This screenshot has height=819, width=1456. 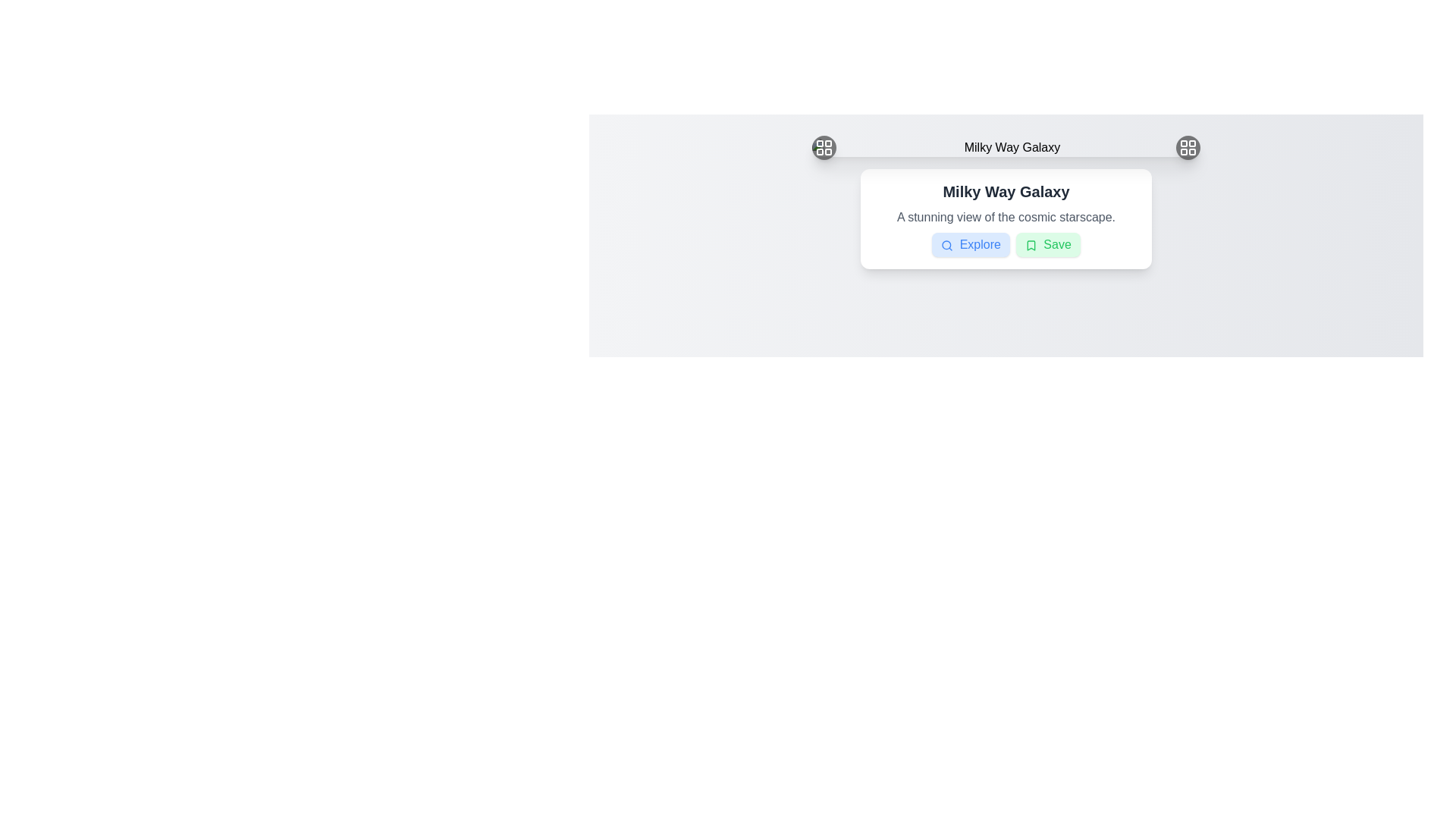 I want to click on the bookmark-shaped icon embedded within an SVG element located near the top-right corner of the layout, adjacent to the 'Save' button, so click(x=1031, y=244).